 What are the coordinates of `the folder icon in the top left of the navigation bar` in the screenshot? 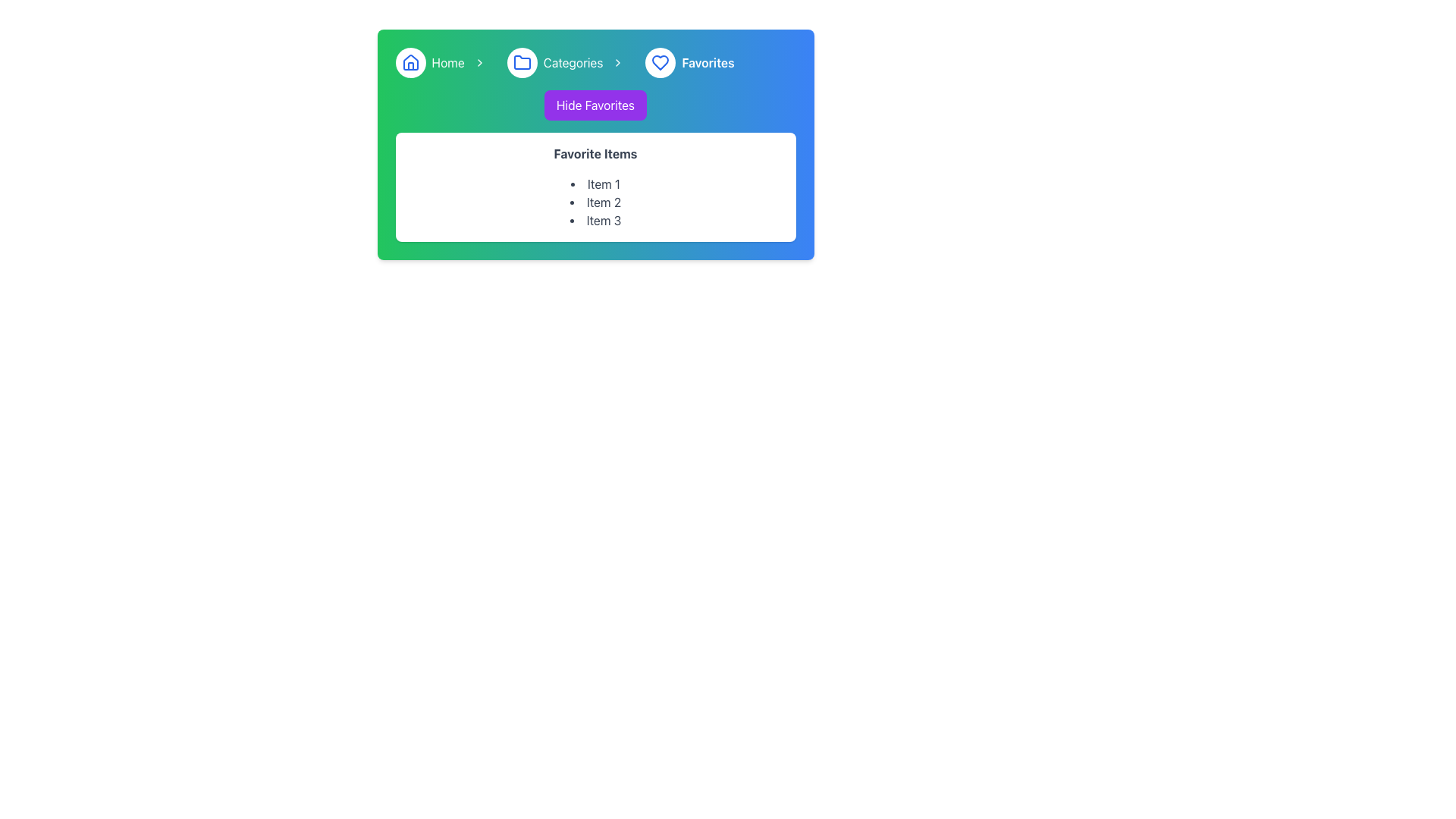 It's located at (522, 61).